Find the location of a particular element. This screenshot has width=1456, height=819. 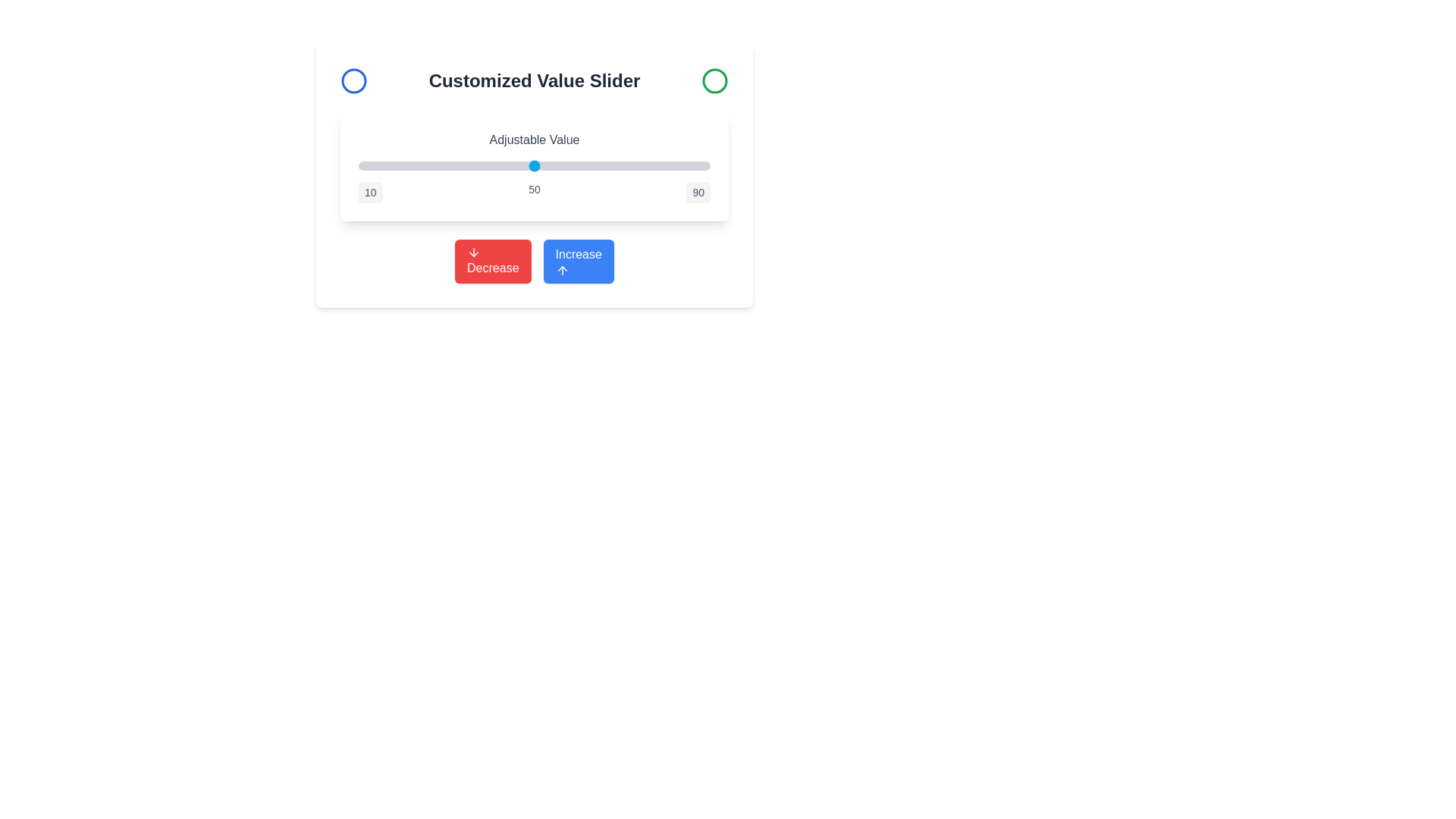

the text label displaying the number '50', which is styled in a standard sans-serif font and positioned between the numerical labels '10' and '90' is located at coordinates (535, 192).